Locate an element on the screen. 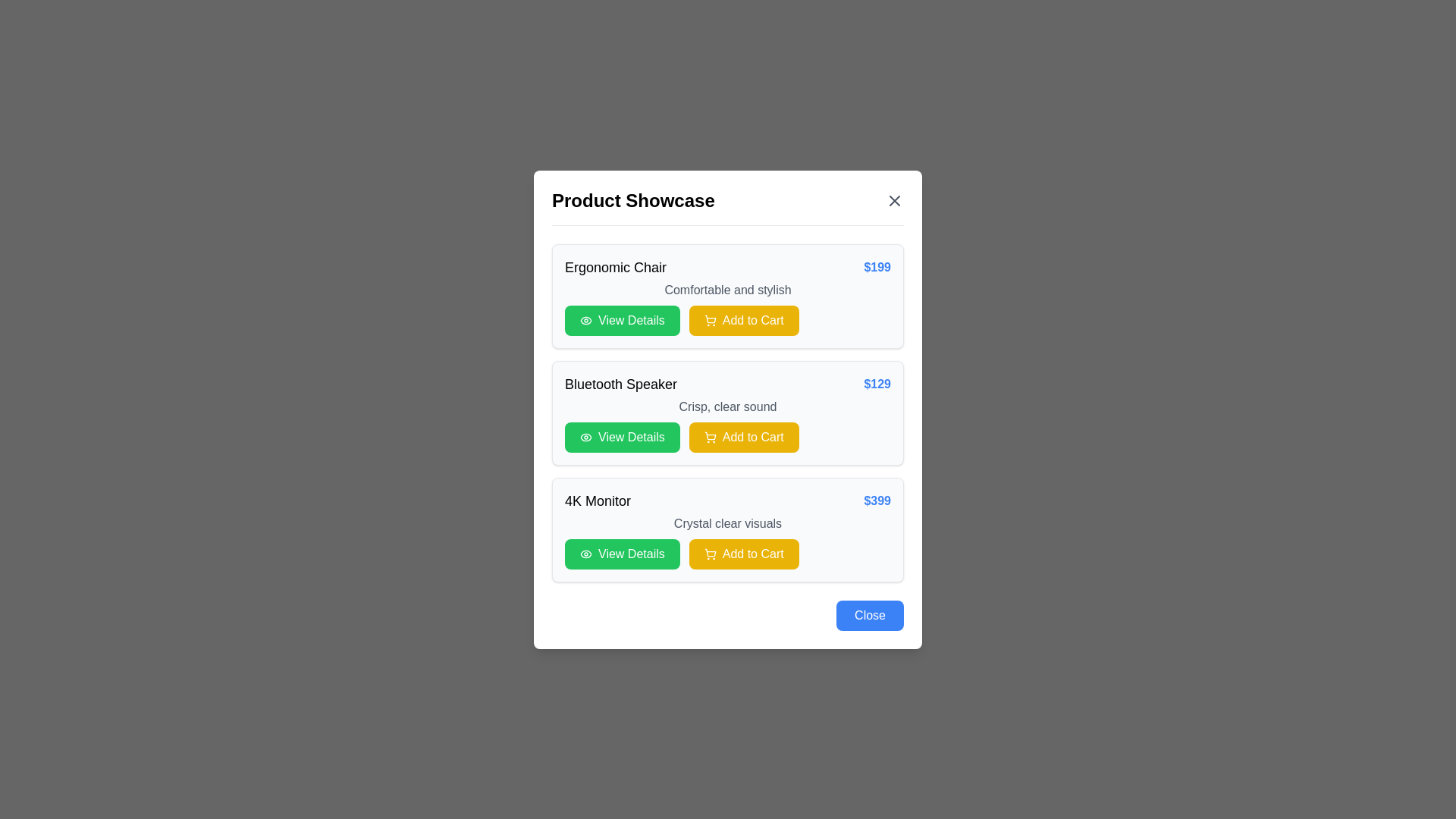 This screenshot has width=1456, height=819. the shopping cart icon within the yellow 'Add to Cart' button for the 'Bluetooth Speaker' item is located at coordinates (709, 319).